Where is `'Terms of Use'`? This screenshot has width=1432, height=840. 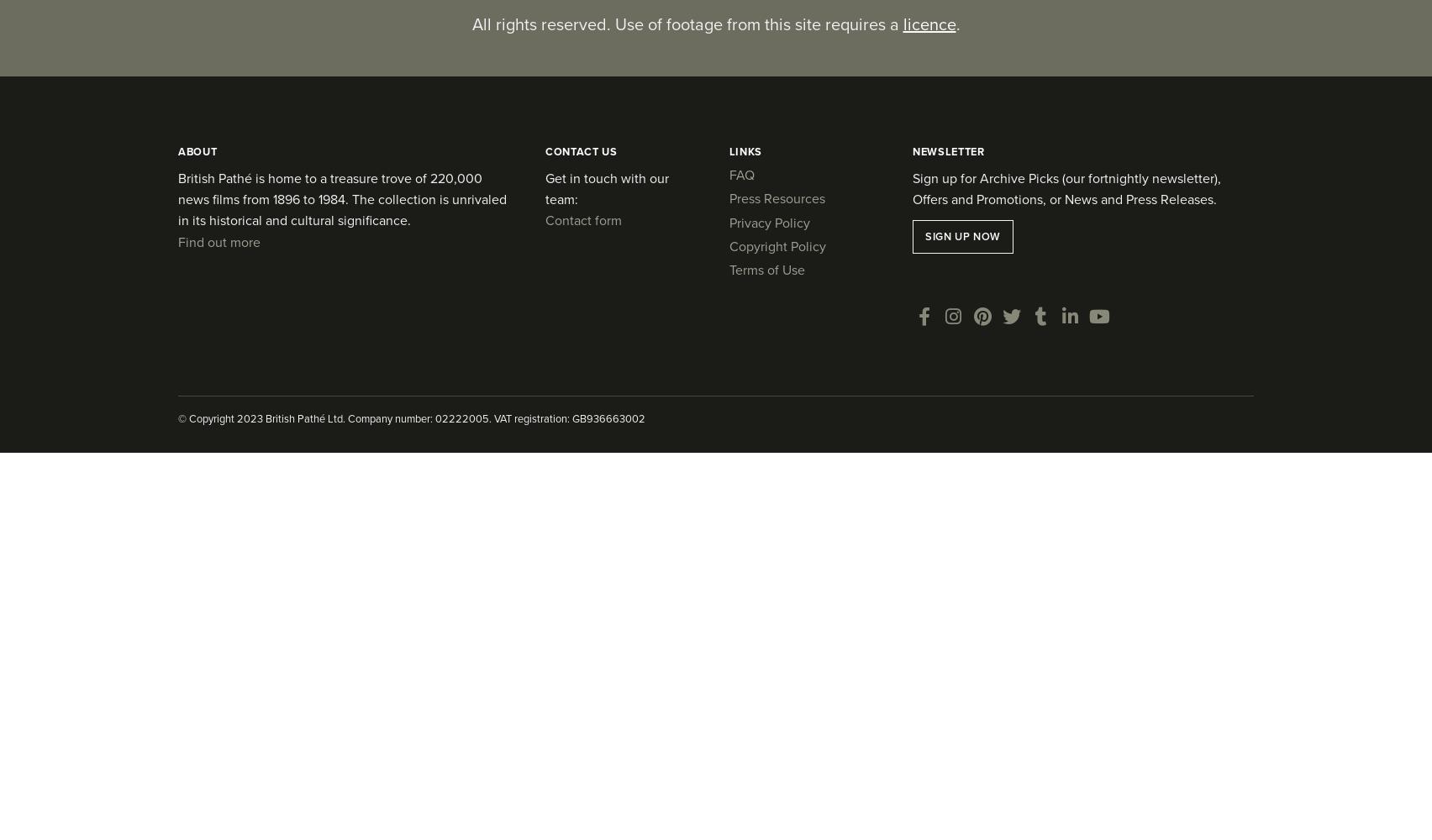 'Terms of Use' is located at coordinates (766, 269).